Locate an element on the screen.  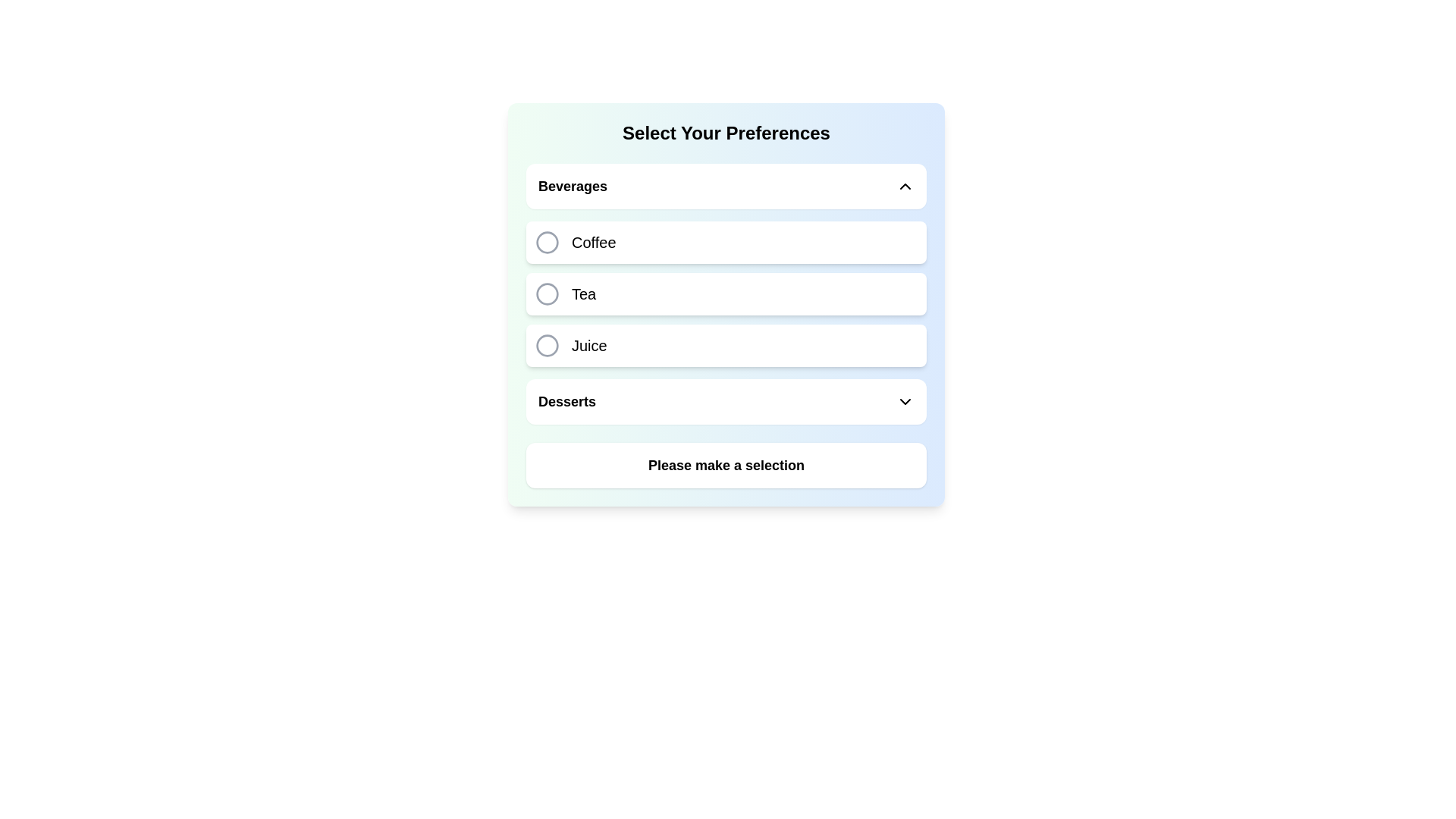
the 'Juice' radio button is located at coordinates (546, 345).